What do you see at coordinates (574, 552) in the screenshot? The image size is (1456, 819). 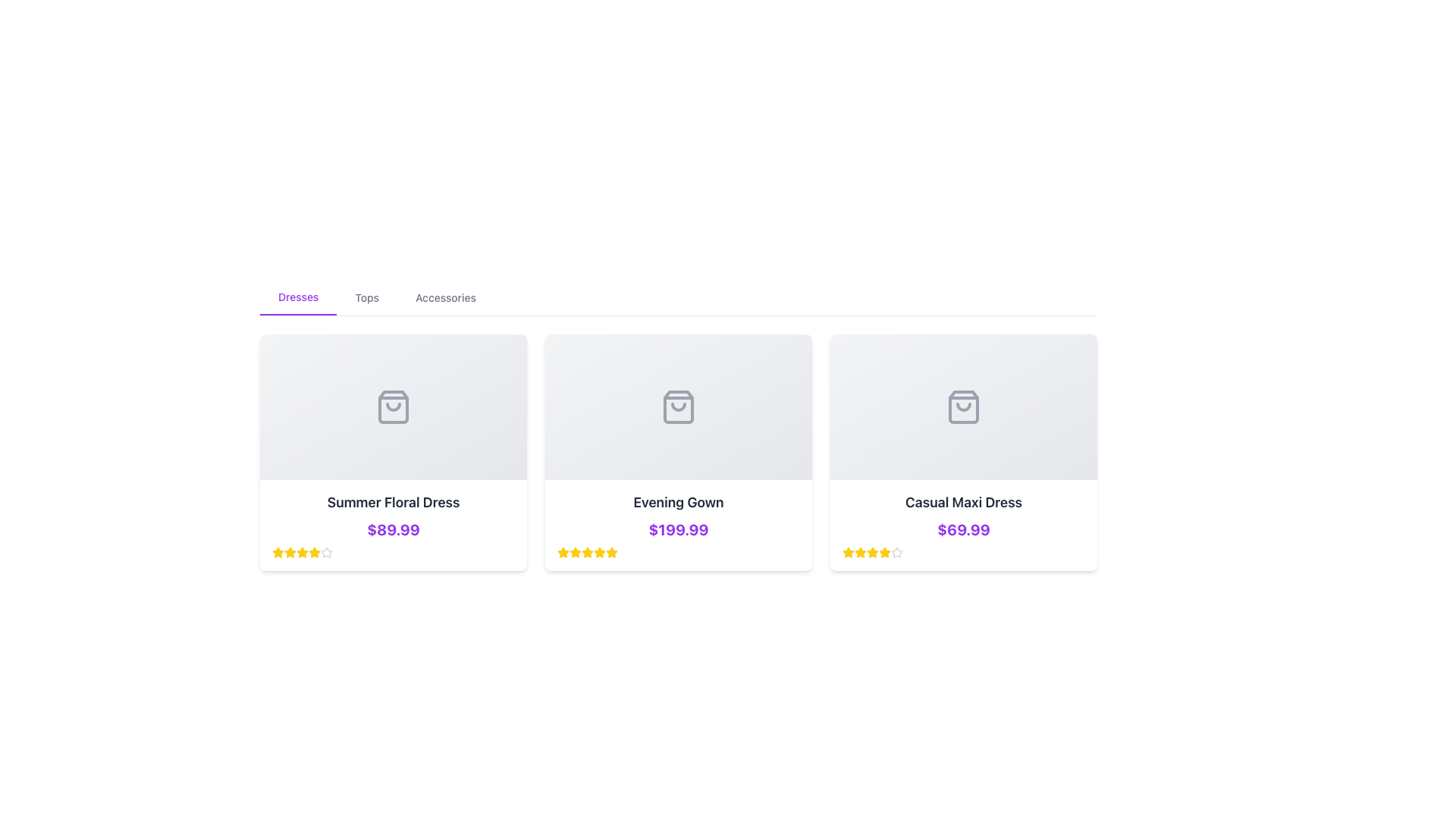 I see `the visual state of the second star icon in the five-star rating system located under the 'Evening Gown' card in the second column of the product grid` at bounding box center [574, 552].